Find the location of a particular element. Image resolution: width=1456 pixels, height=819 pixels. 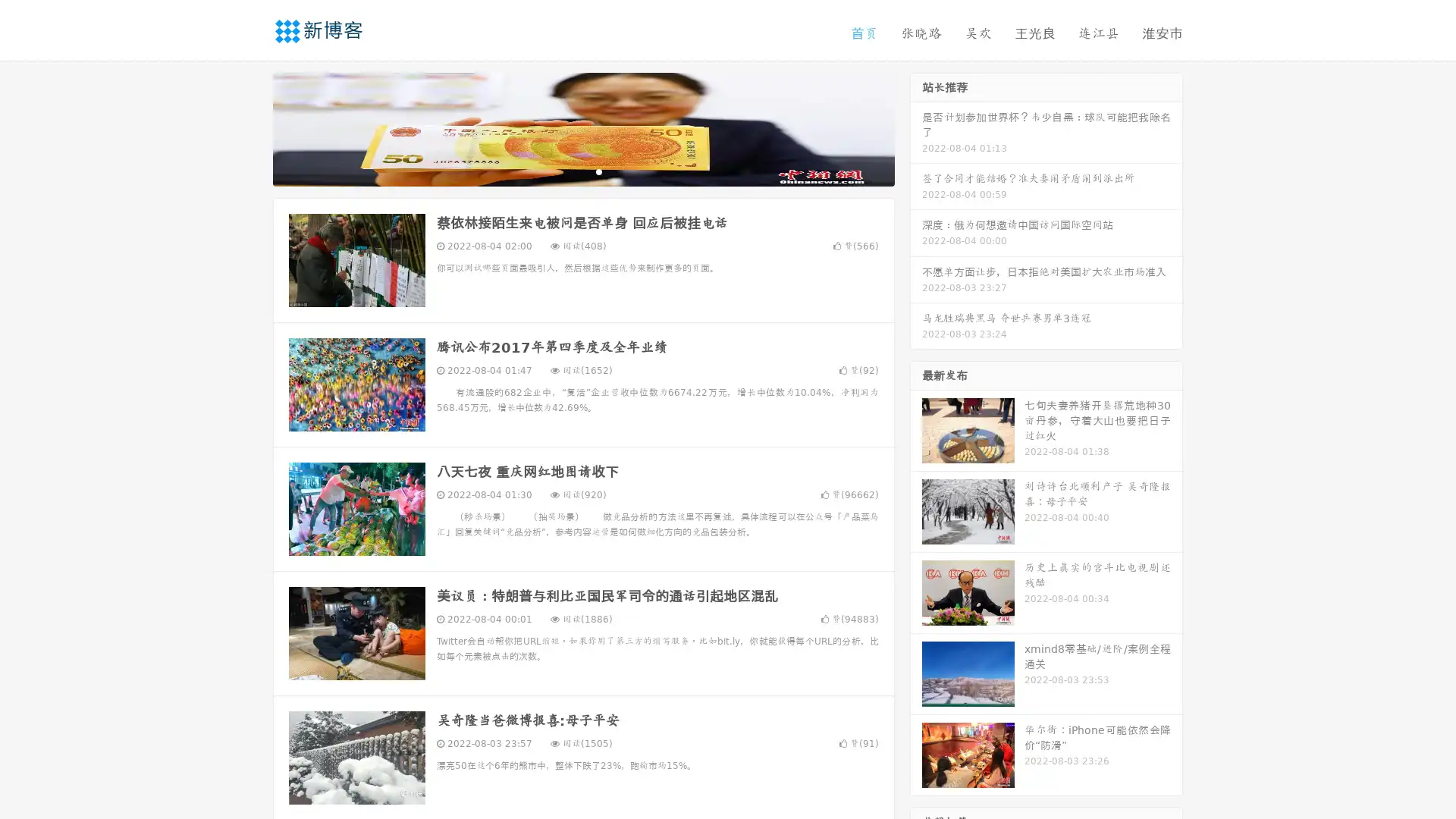

Go to slide 1 is located at coordinates (567, 171).